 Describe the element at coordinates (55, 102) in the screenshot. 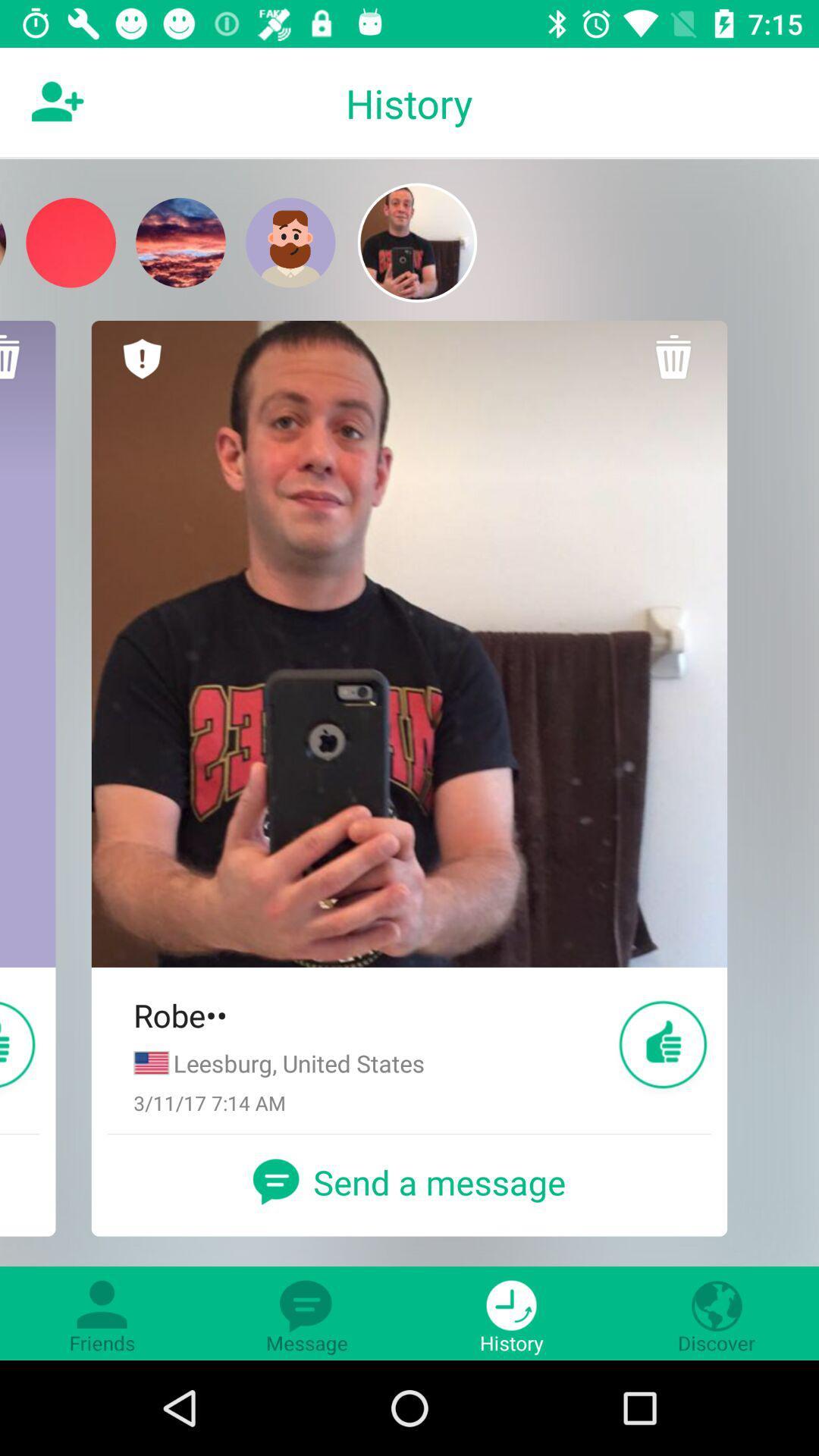

I see `the follow icon` at that location.